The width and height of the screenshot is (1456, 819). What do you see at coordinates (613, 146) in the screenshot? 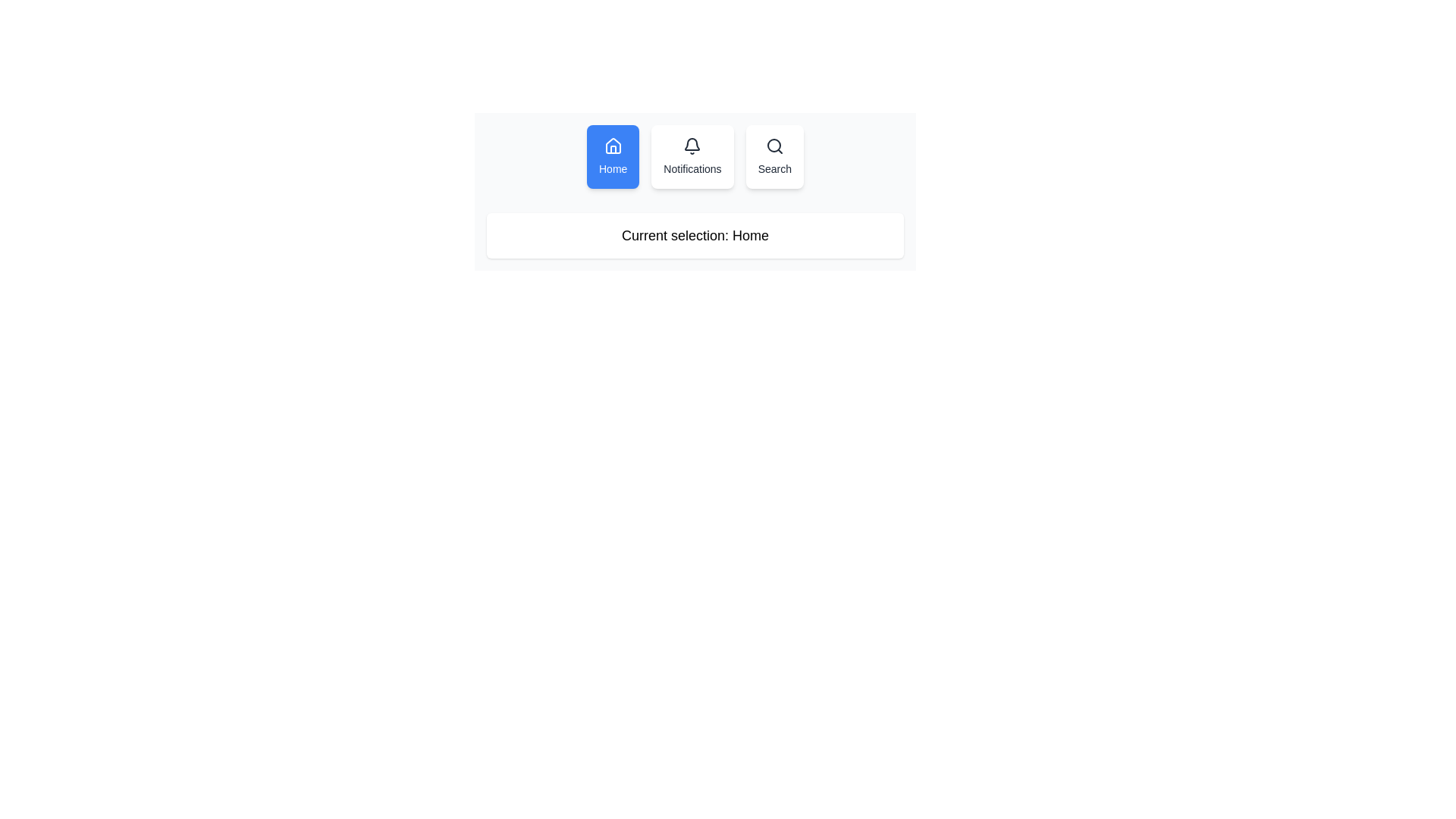
I see `the house icon with a bold outline and white stroke color, located within the 'Home' navigation button` at bounding box center [613, 146].